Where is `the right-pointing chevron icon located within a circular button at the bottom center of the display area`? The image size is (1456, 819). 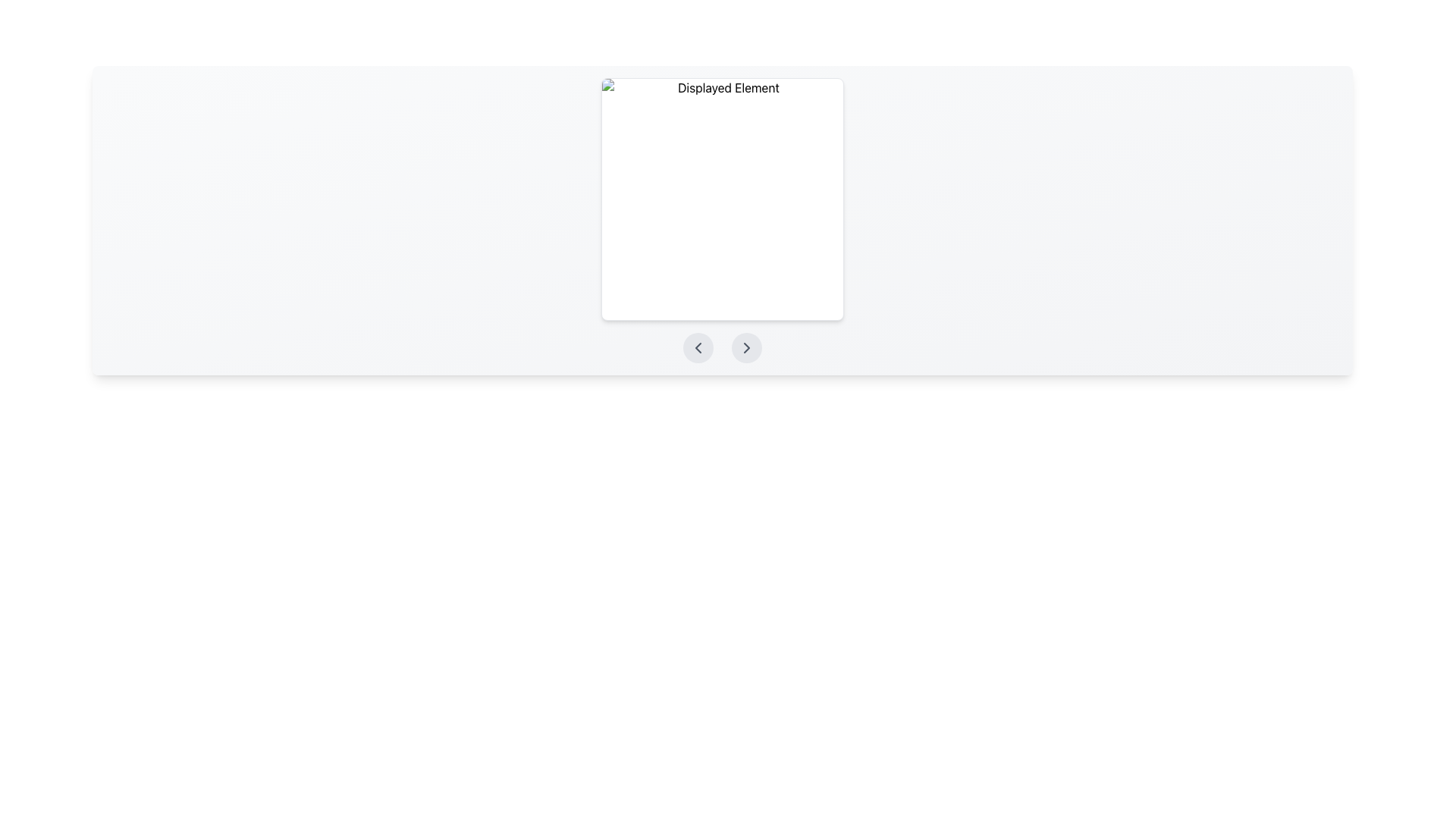 the right-pointing chevron icon located within a circular button at the bottom center of the display area is located at coordinates (746, 348).